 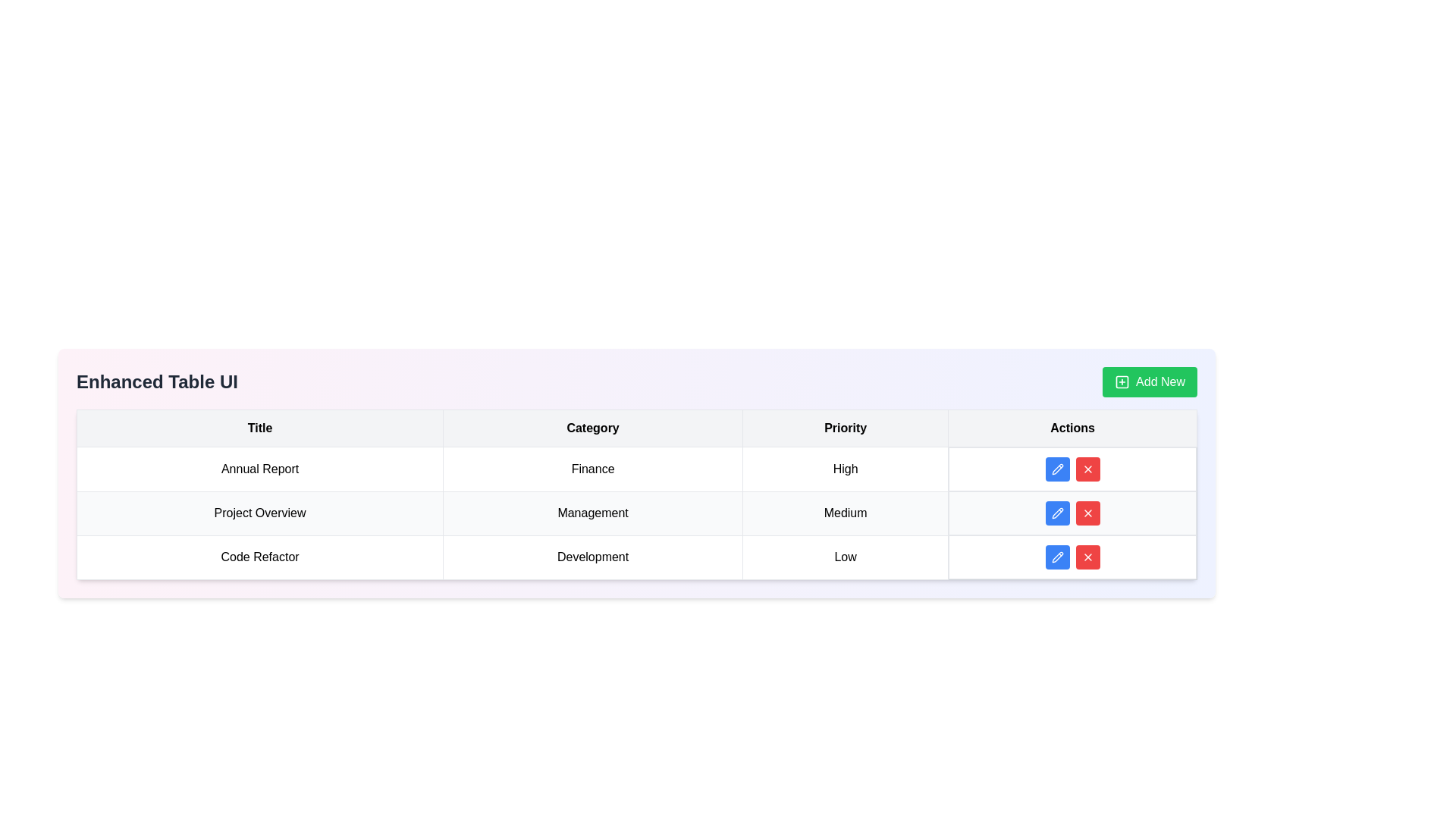 What do you see at coordinates (1087, 468) in the screenshot?
I see `the third button in the 'Actions' column of the table corresponding to 'Priority: High'` at bounding box center [1087, 468].